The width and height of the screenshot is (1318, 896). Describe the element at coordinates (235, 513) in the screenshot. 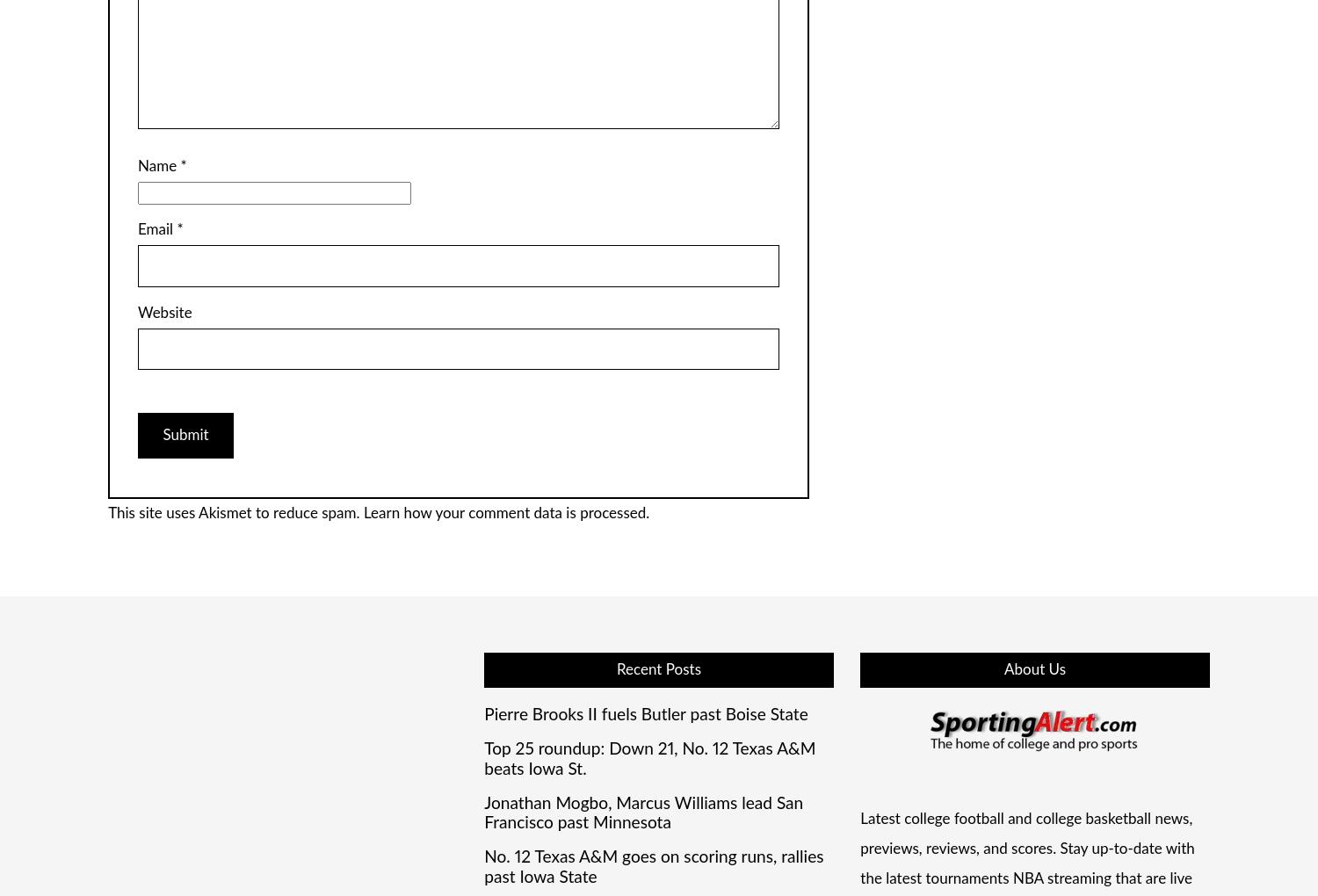

I see `'This site uses Akismet to reduce spam.'` at that location.